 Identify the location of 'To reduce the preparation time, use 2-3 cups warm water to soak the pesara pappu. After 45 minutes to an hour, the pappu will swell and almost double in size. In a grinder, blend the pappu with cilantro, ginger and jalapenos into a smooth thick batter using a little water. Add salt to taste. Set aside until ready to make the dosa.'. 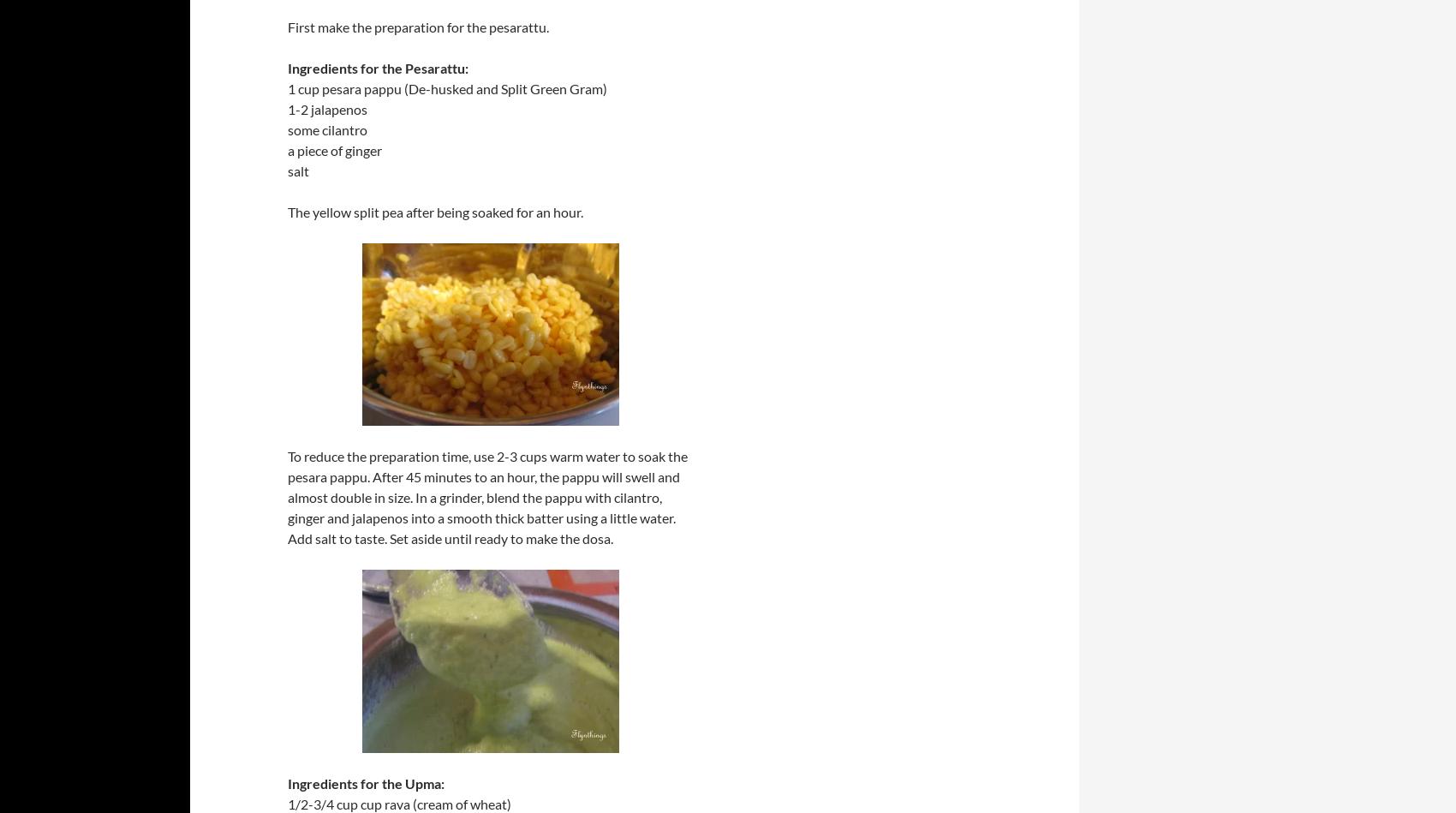
(286, 496).